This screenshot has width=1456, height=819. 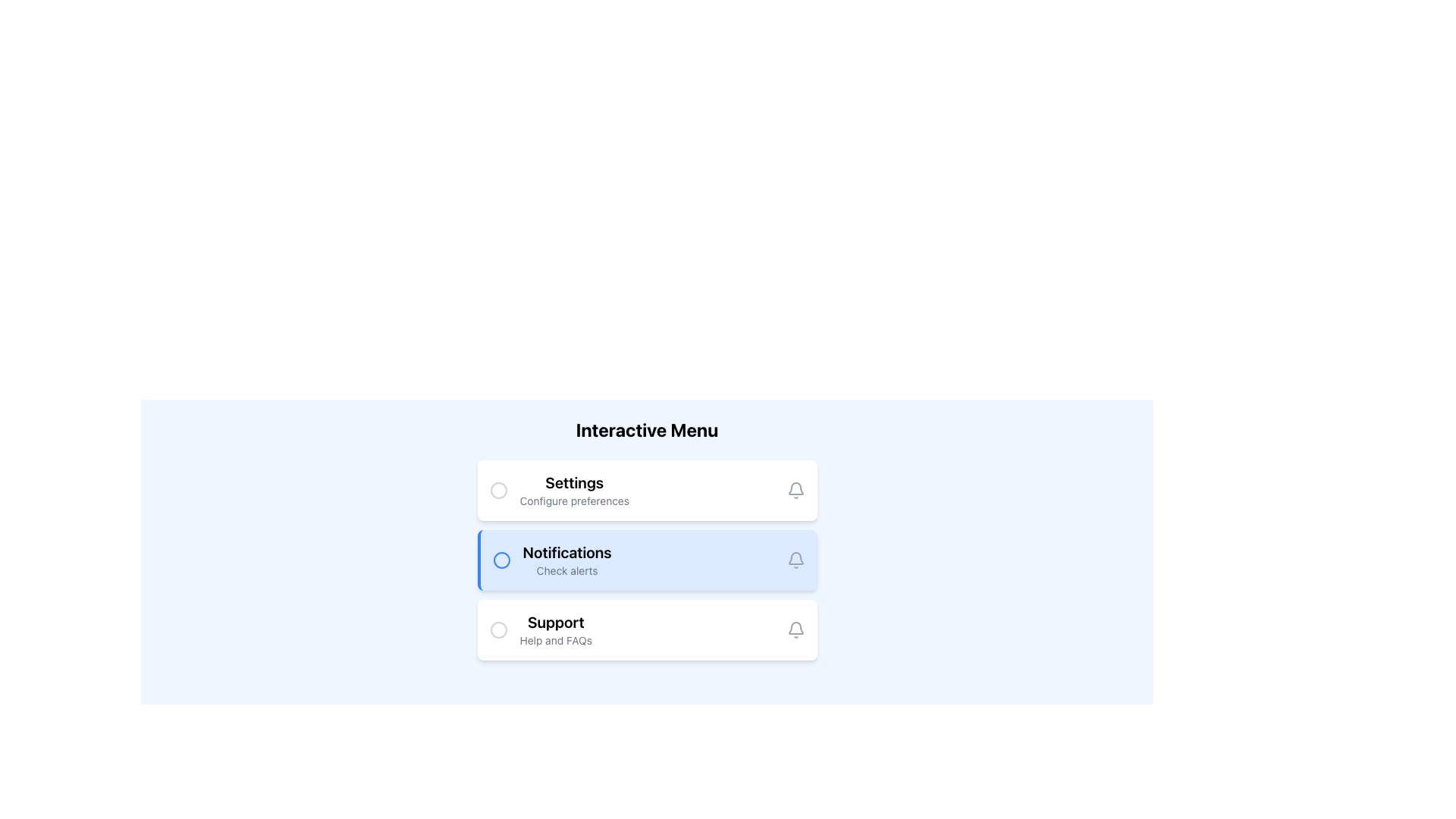 What do you see at coordinates (551, 560) in the screenshot?
I see `the active 'Notifications' menu option, which features a bolded title and a blue circle icon, to activate visual effects` at bounding box center [551, 560].